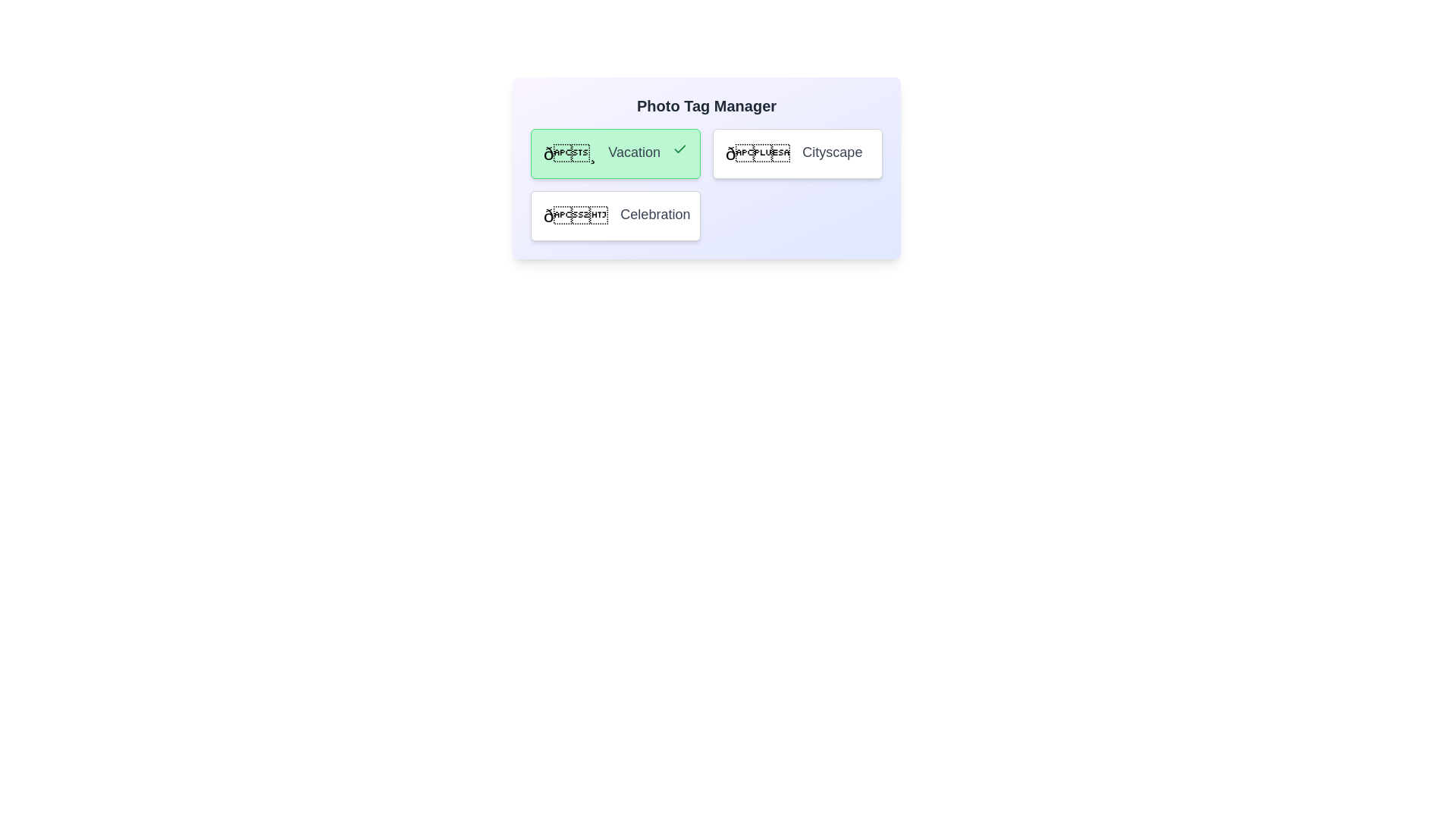 The height and width of the screenshot is (819, 1456). What do you see at coordinates (615, 154) in the screenshot?
I see `the tag labeled Vacation` at bounding box center [615, 154].